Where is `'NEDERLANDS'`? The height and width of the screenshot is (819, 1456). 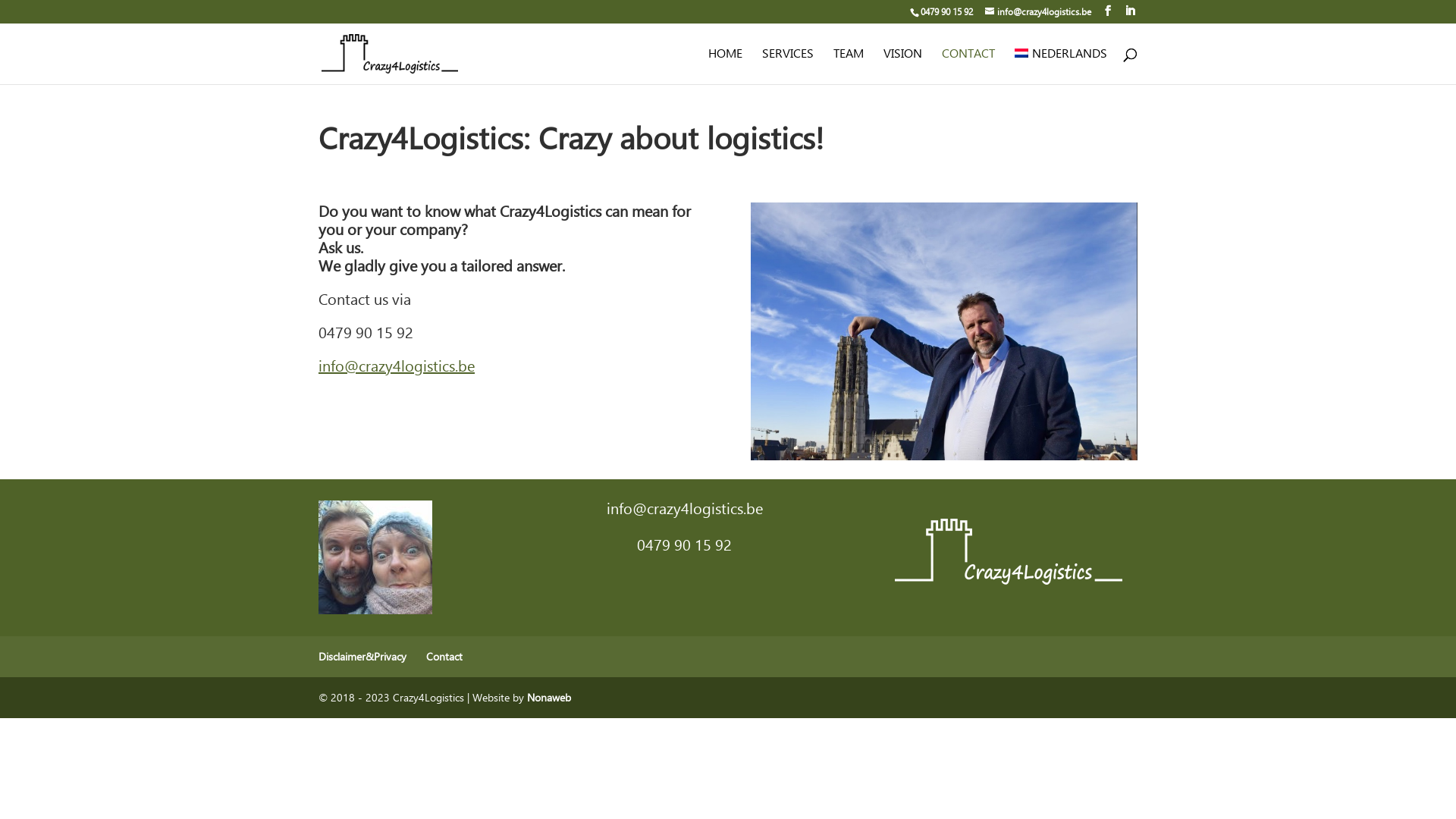
'NEDERLANDS' is located at coordinates (1059, 65).